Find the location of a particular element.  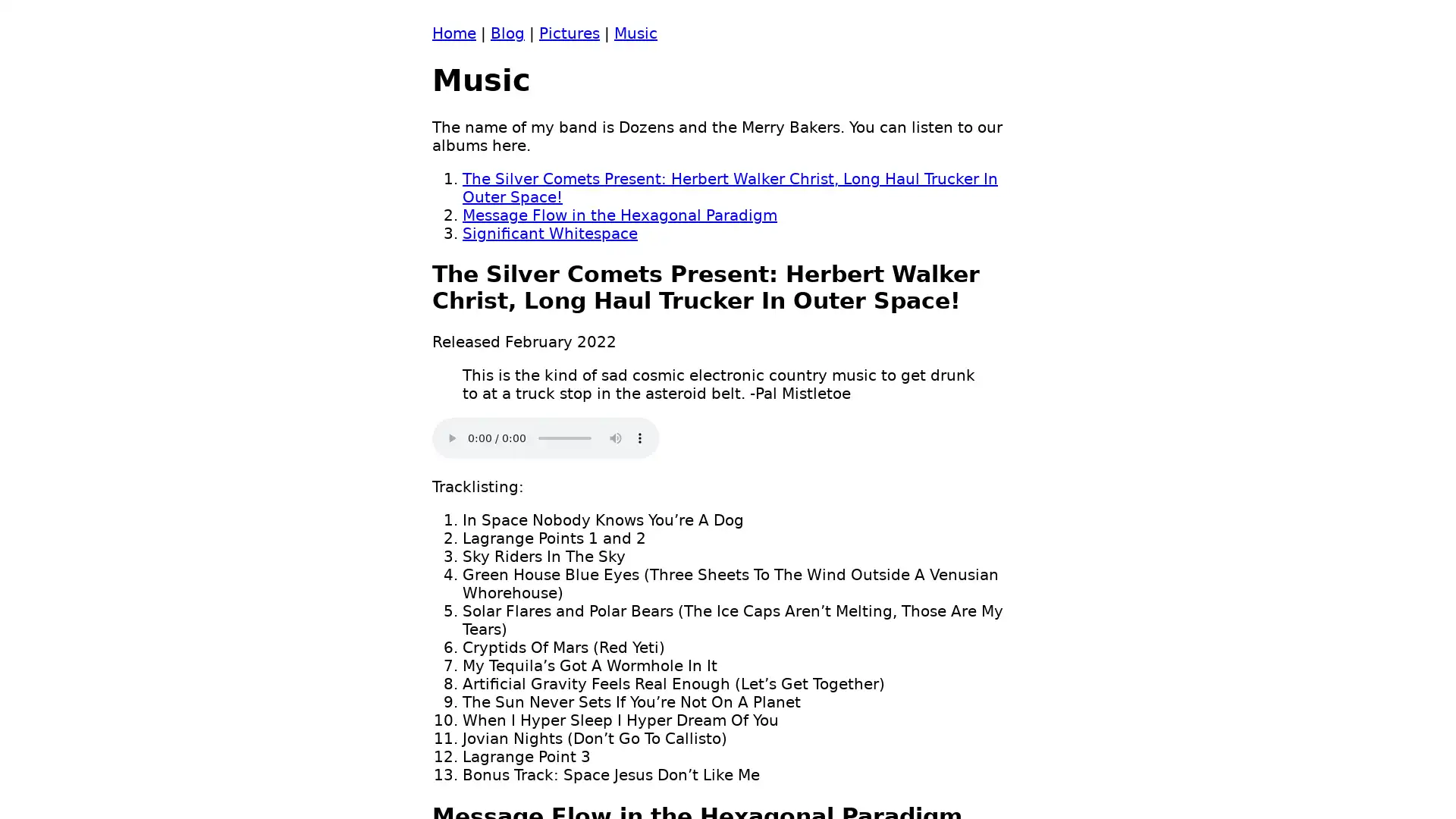

play is located at coordinates (450, 438).